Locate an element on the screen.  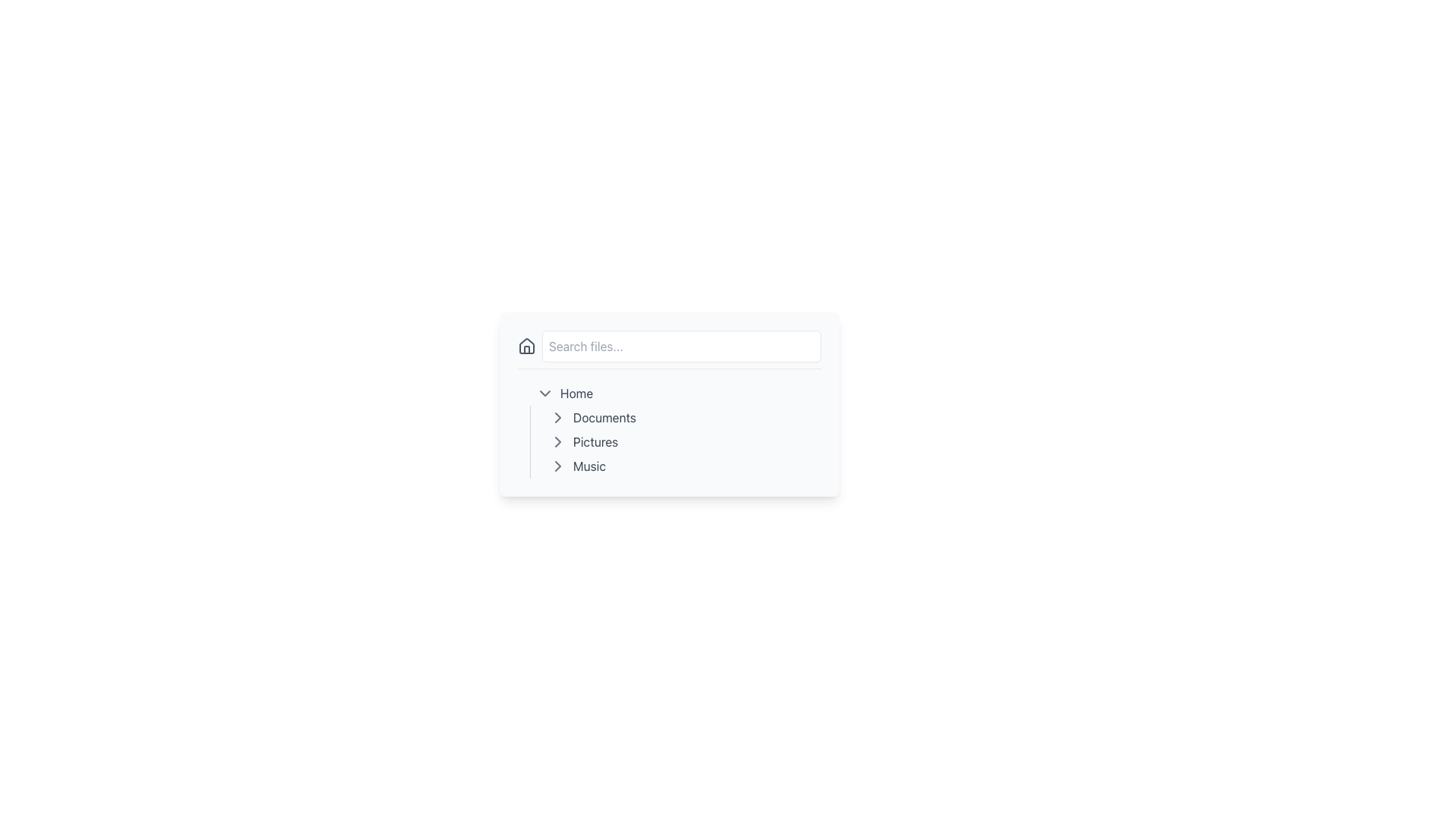
the right-facing chevron icon to change its appearance, which is positioned to the left of the 'Pictures' text in the vertical file navigation menu is located at coordinates (557, 441).